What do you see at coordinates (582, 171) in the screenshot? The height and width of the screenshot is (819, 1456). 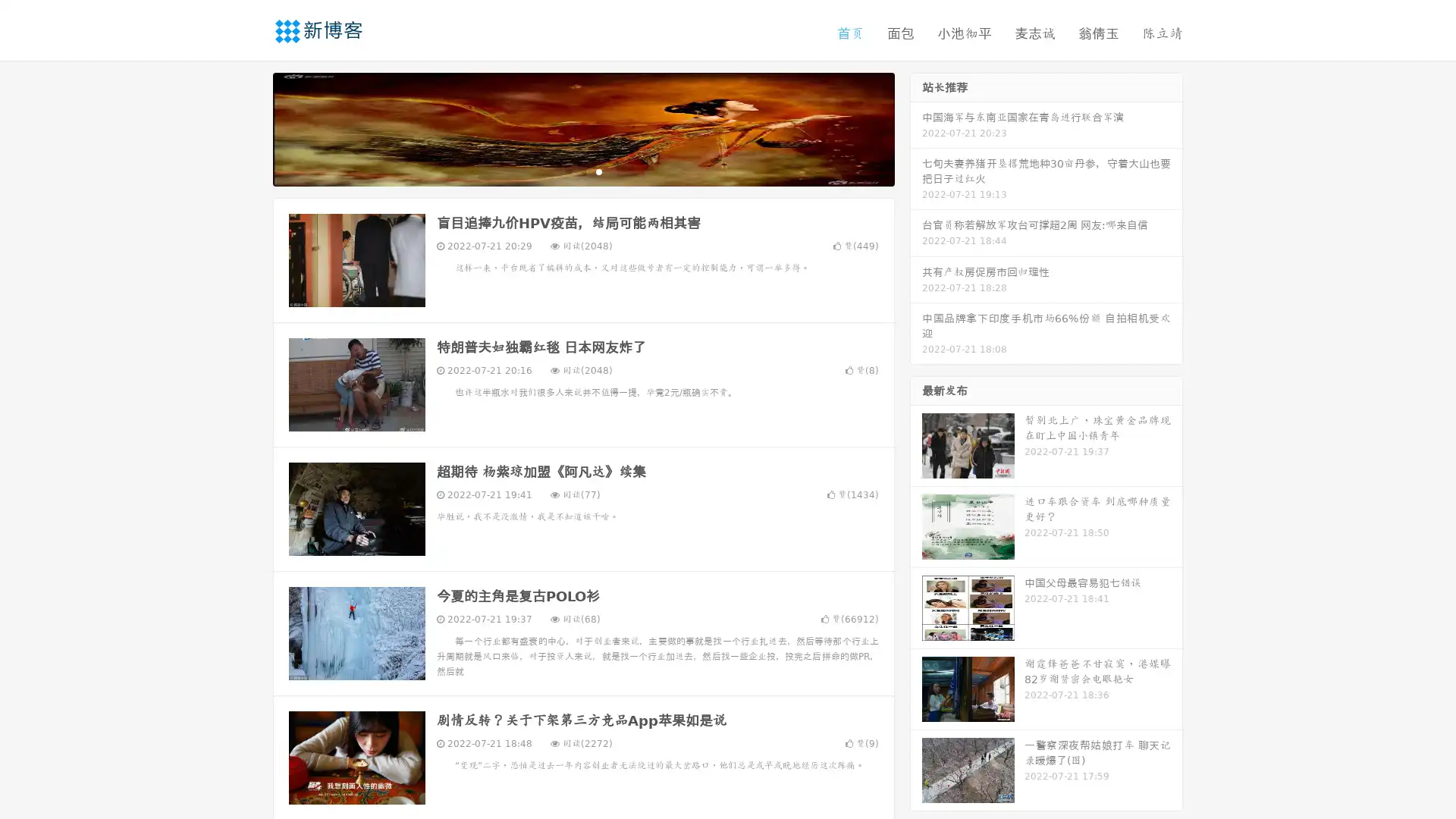 I see `Go to slide 2` at bounding box center [582, 171].